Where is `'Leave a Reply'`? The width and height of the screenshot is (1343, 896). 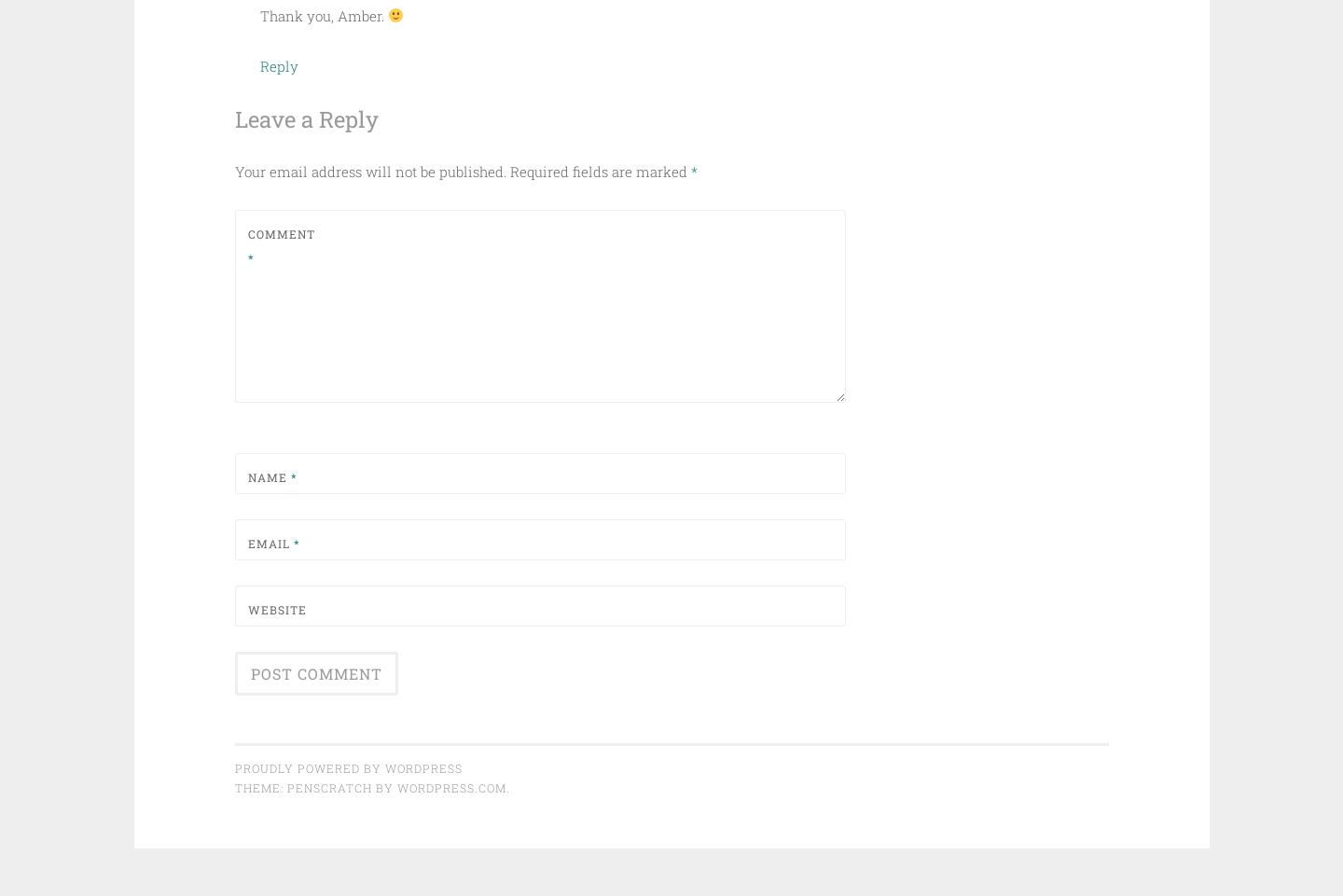 'Leave a Reply' is located at coordinates (306, 117).